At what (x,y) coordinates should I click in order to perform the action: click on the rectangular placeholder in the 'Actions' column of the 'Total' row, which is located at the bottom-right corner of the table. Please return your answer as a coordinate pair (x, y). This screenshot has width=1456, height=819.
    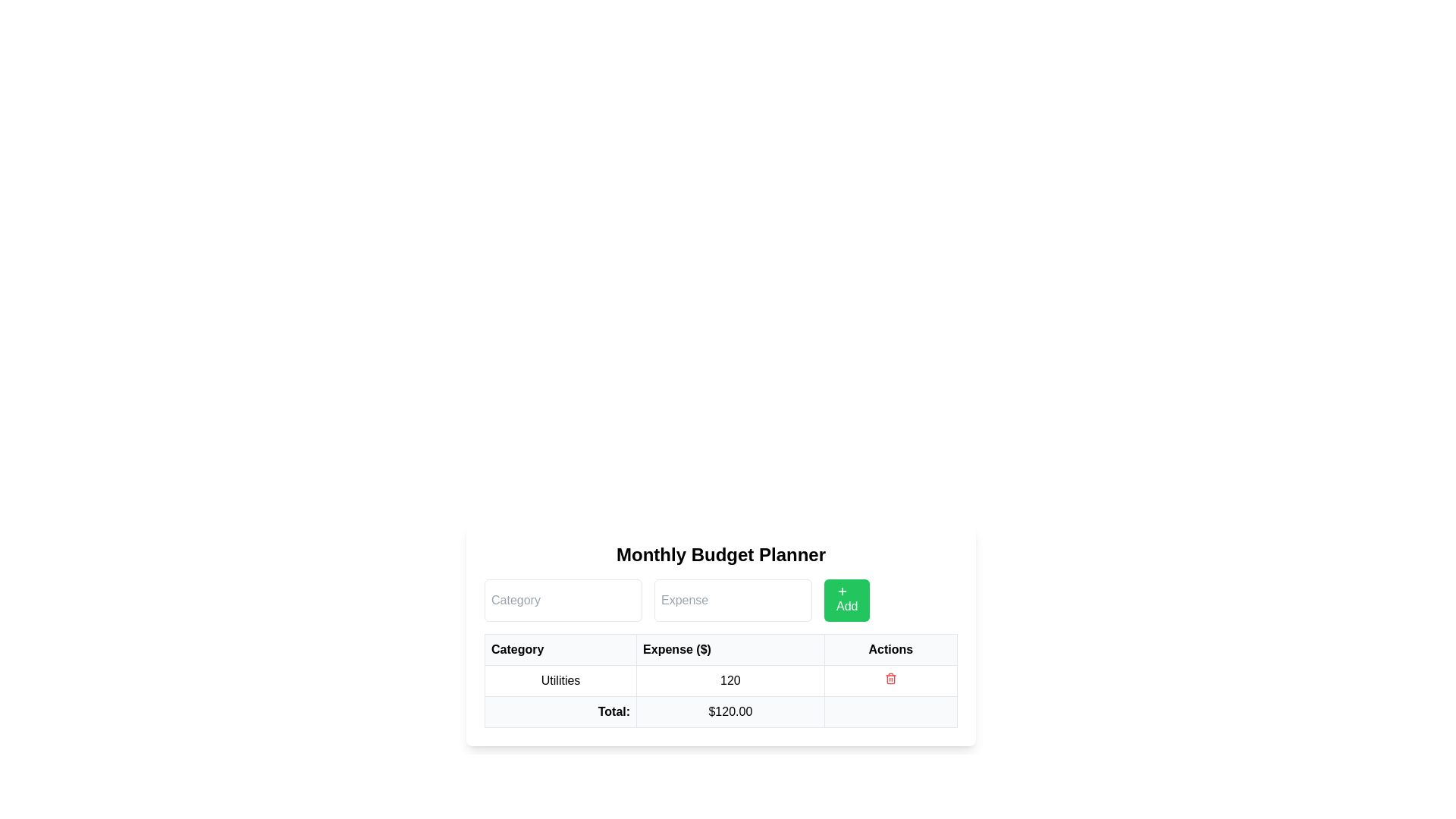
    Looking at the image, I should click on (890, 711).